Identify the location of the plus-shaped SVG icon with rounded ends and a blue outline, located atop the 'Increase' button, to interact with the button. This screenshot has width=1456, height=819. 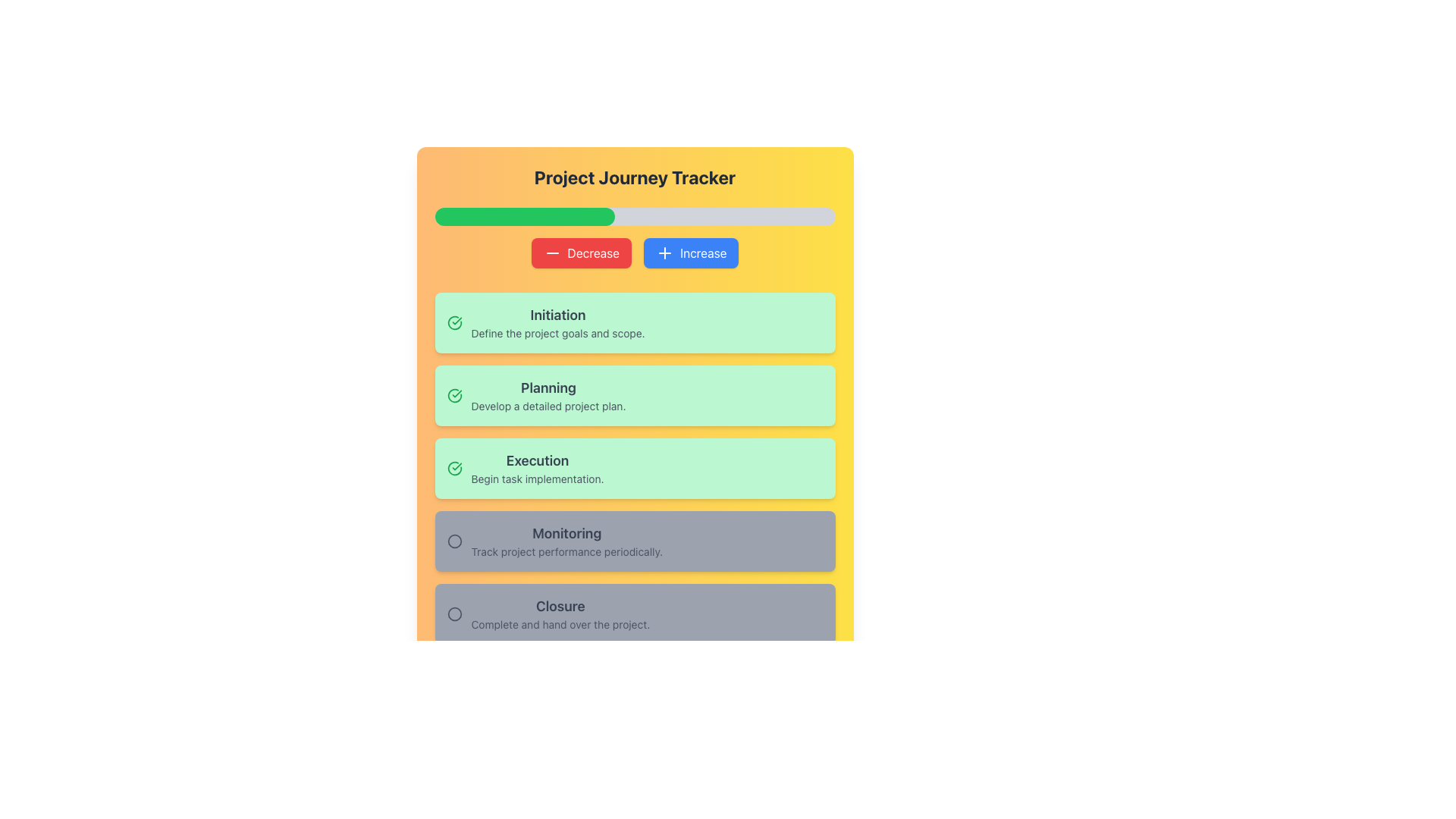
(665, 253).